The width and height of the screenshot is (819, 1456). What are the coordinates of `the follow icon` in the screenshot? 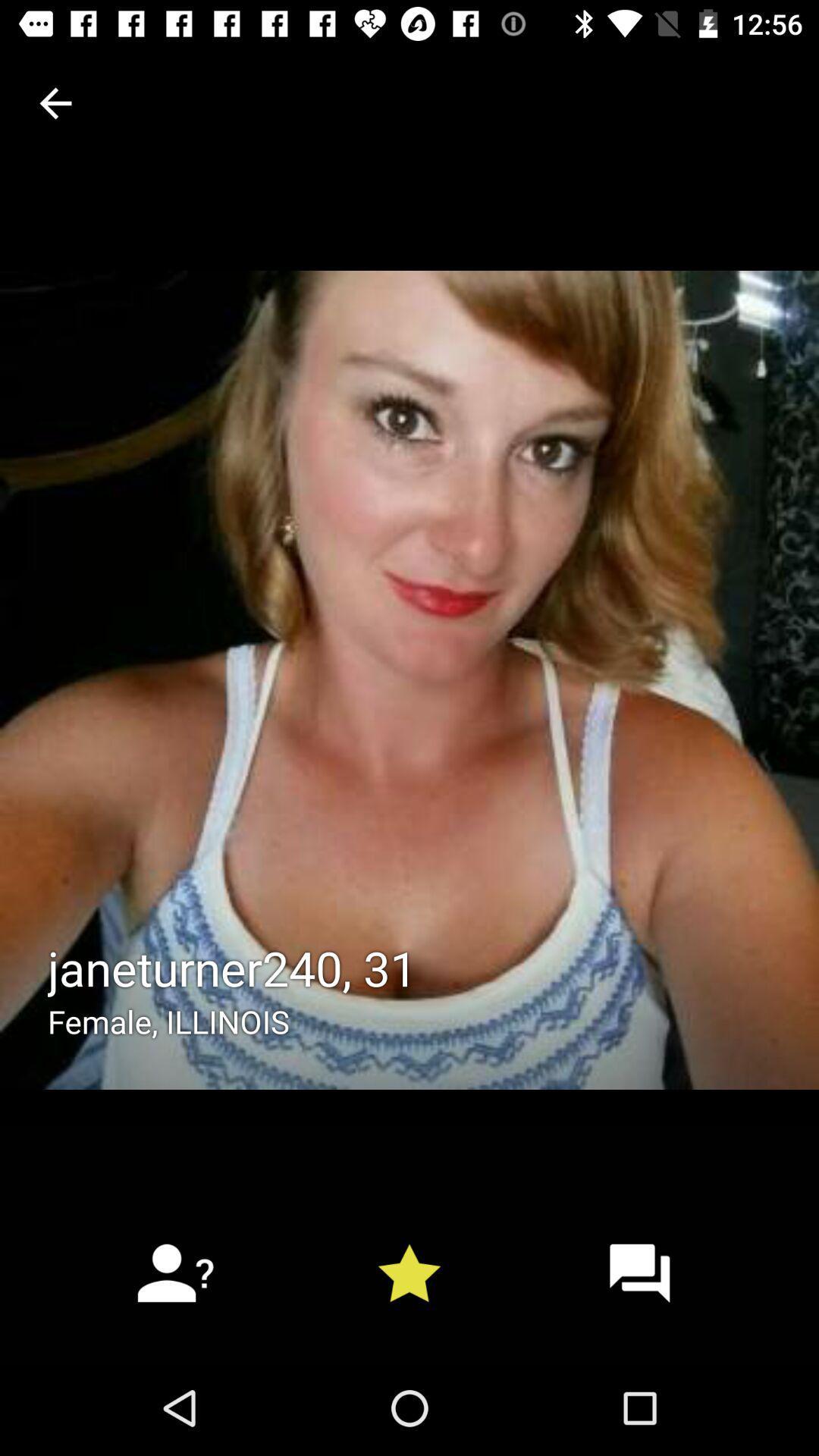 It's located at (177, 1272).